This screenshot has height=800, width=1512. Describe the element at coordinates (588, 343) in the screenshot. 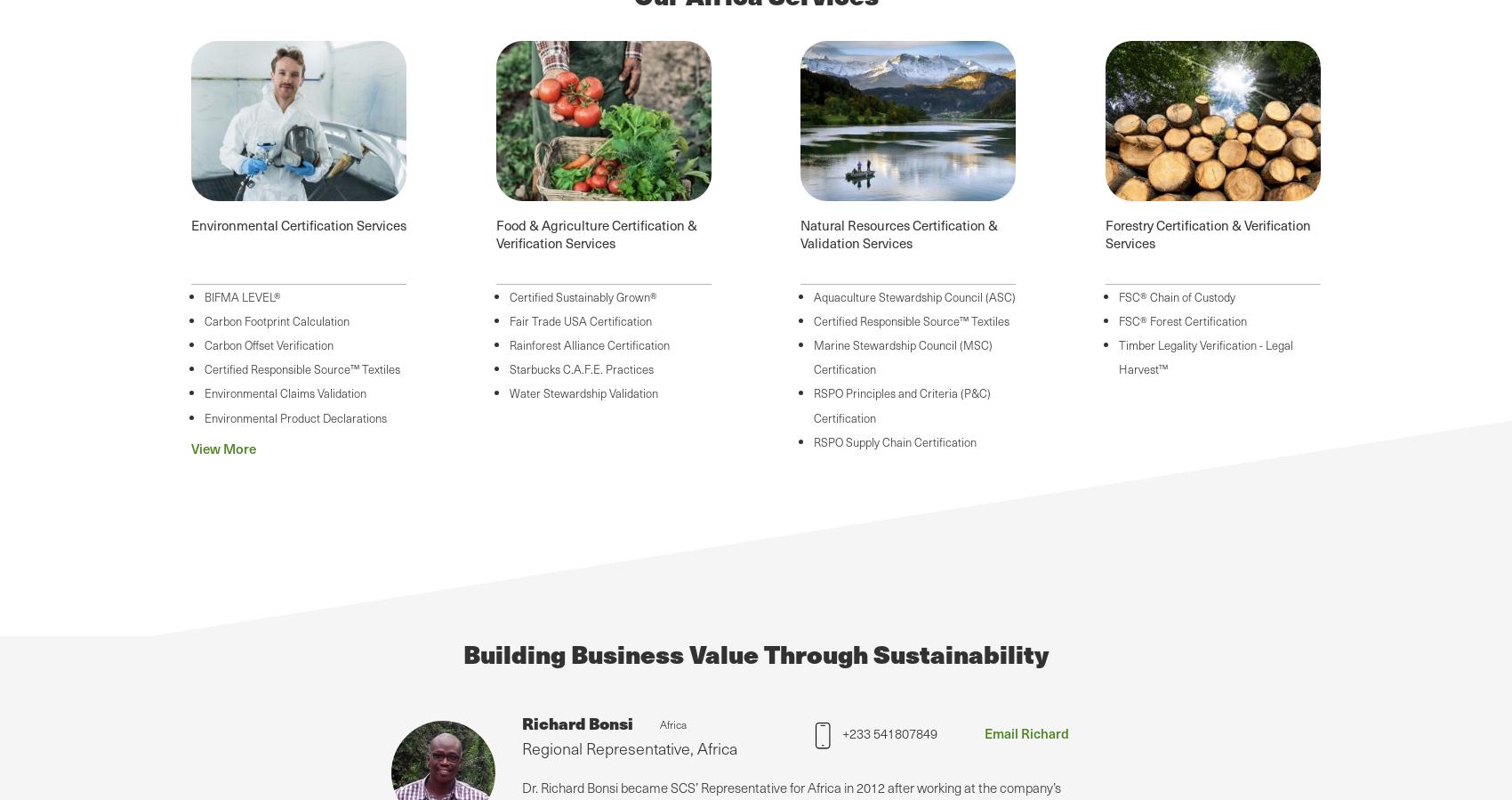

I see `'Rainforest Alliance Certification'` at that location.